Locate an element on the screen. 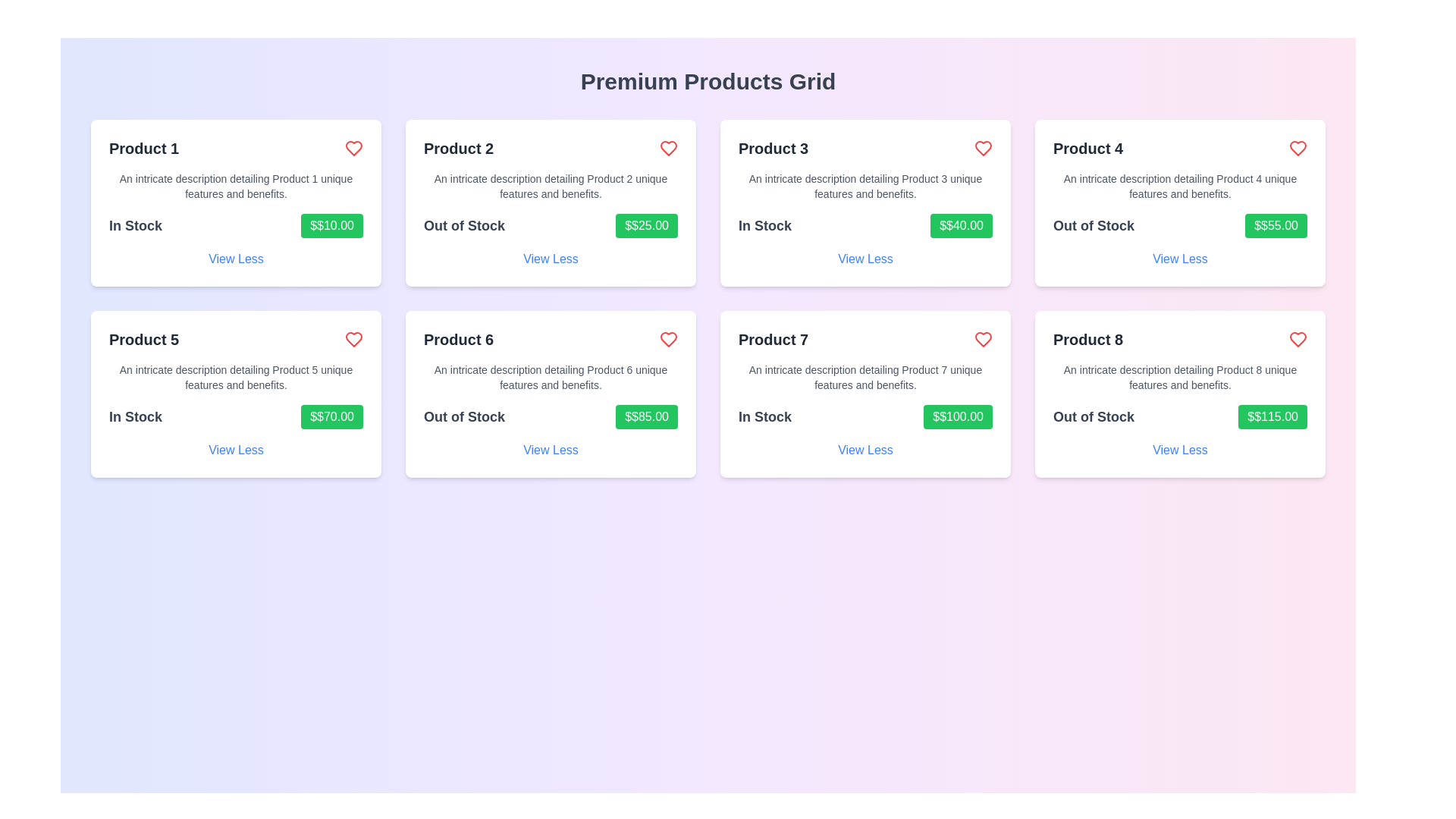 Image resolution: width=1456 pixels, height=819 pixels. the bold, large text element reading 'Product 3' is located at coordinates (773, 149).